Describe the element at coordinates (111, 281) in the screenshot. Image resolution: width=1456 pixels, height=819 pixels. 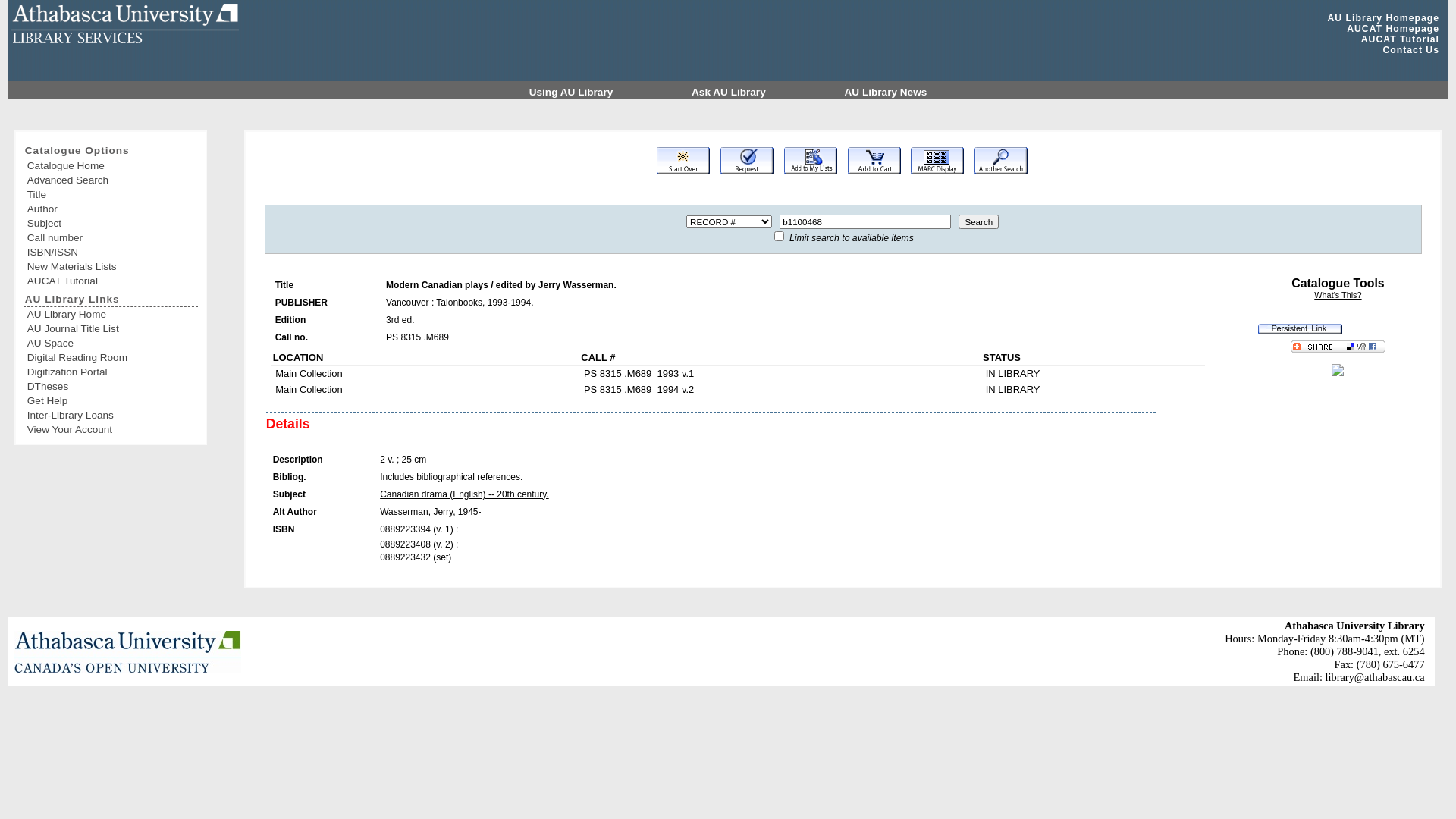
I see `'AUCAT Tutorial'` at that location.